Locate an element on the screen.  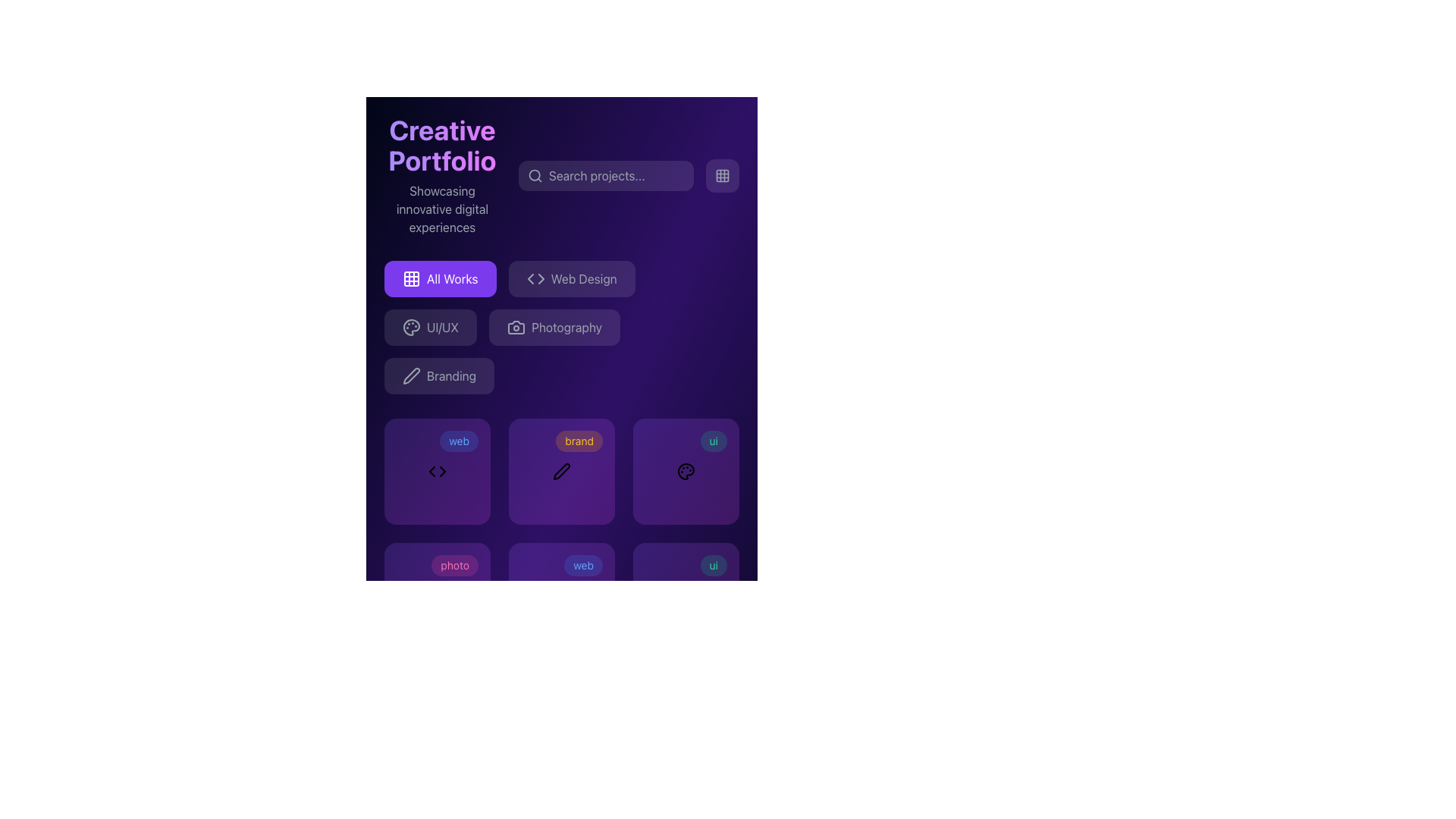
the artistic design icon located at the center of the 'ui' card in the bottom right quadrant of the grid layout is located at coordinates (686, 470).